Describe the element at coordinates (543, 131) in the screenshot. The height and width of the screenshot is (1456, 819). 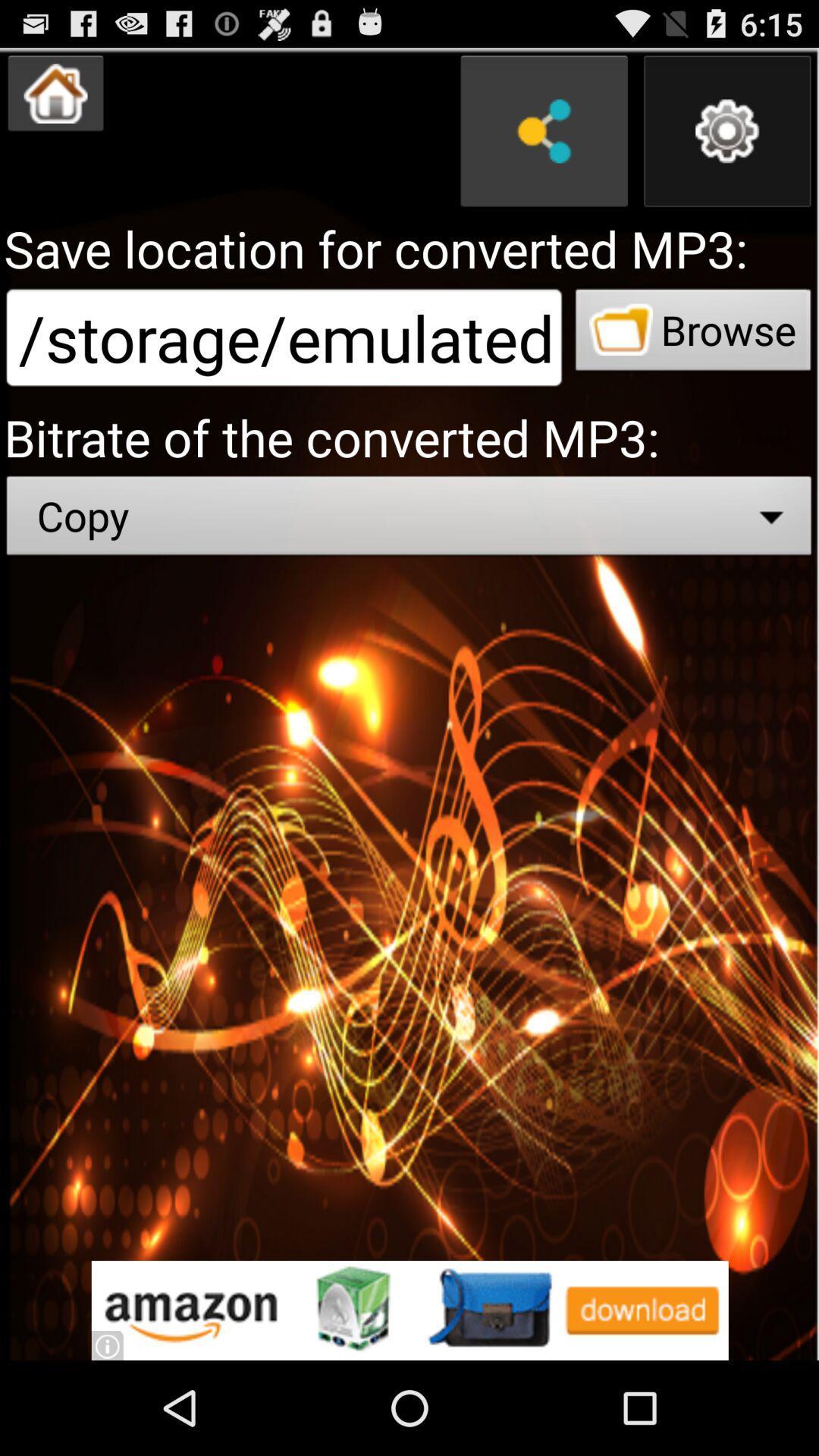
I see `share` at that location.